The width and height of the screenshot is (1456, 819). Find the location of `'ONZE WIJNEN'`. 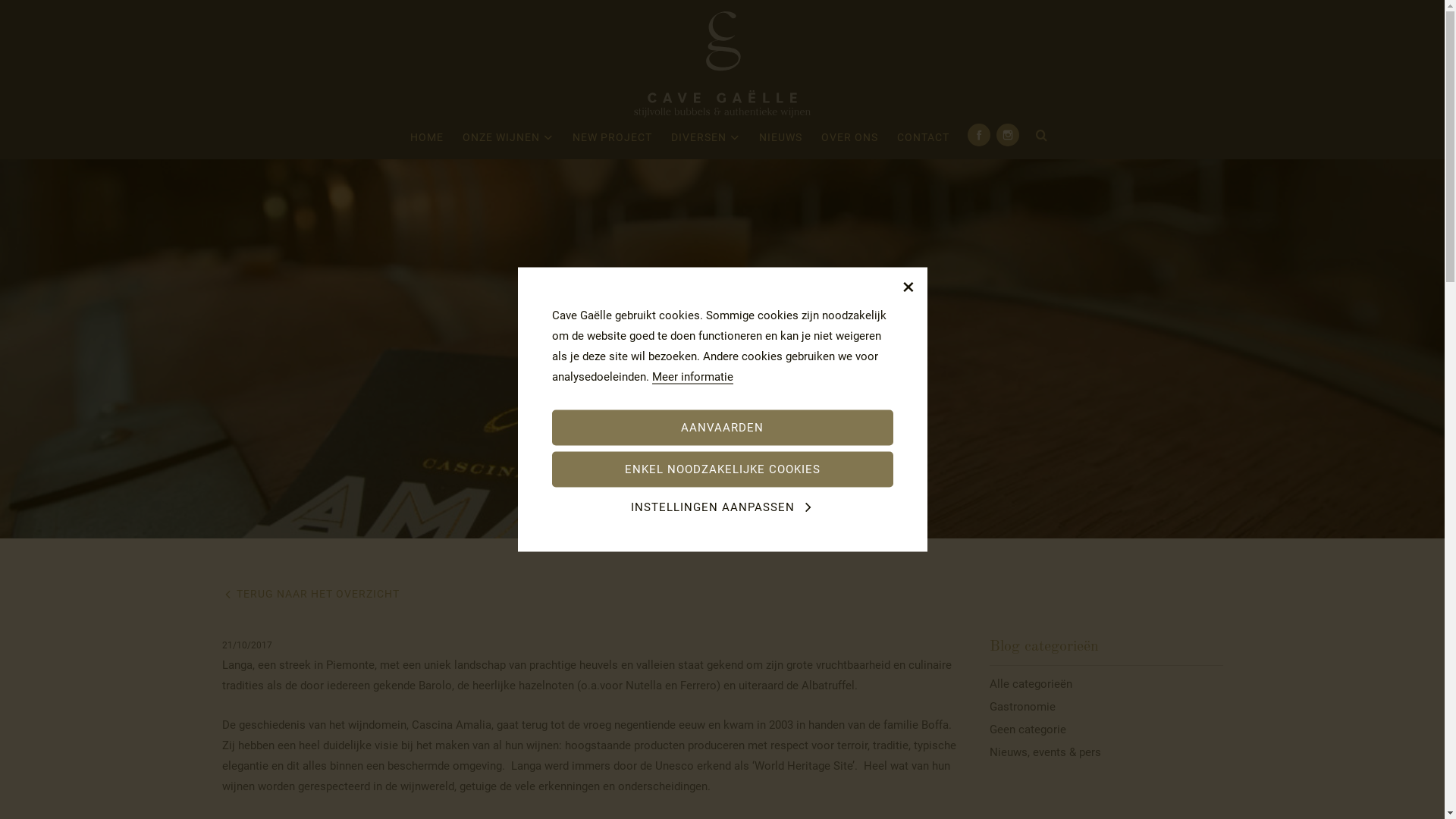

'ONZE WIJNEN' is located at coordinates (461, 140).